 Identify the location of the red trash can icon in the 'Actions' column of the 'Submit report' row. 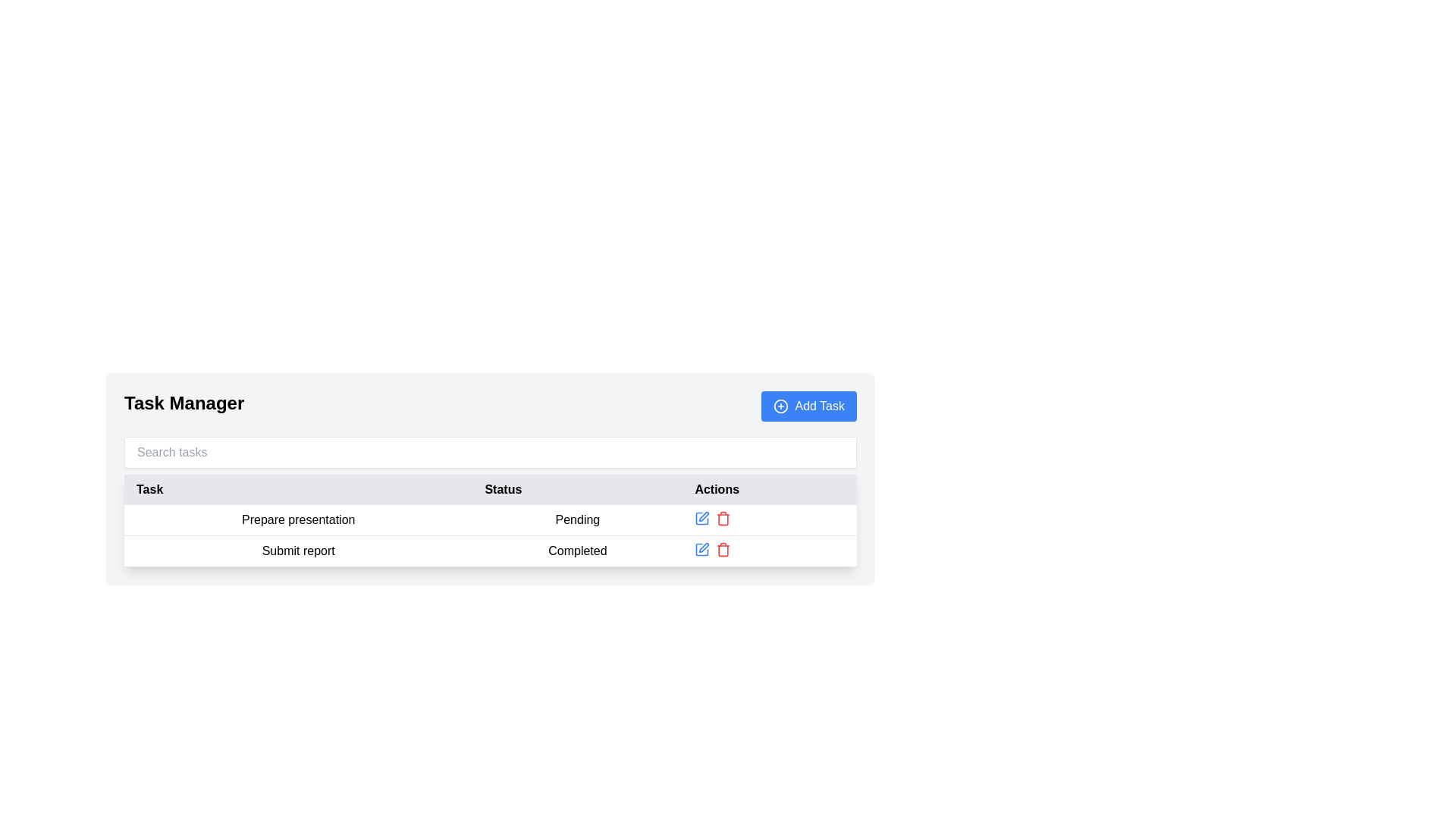
(723, 517).